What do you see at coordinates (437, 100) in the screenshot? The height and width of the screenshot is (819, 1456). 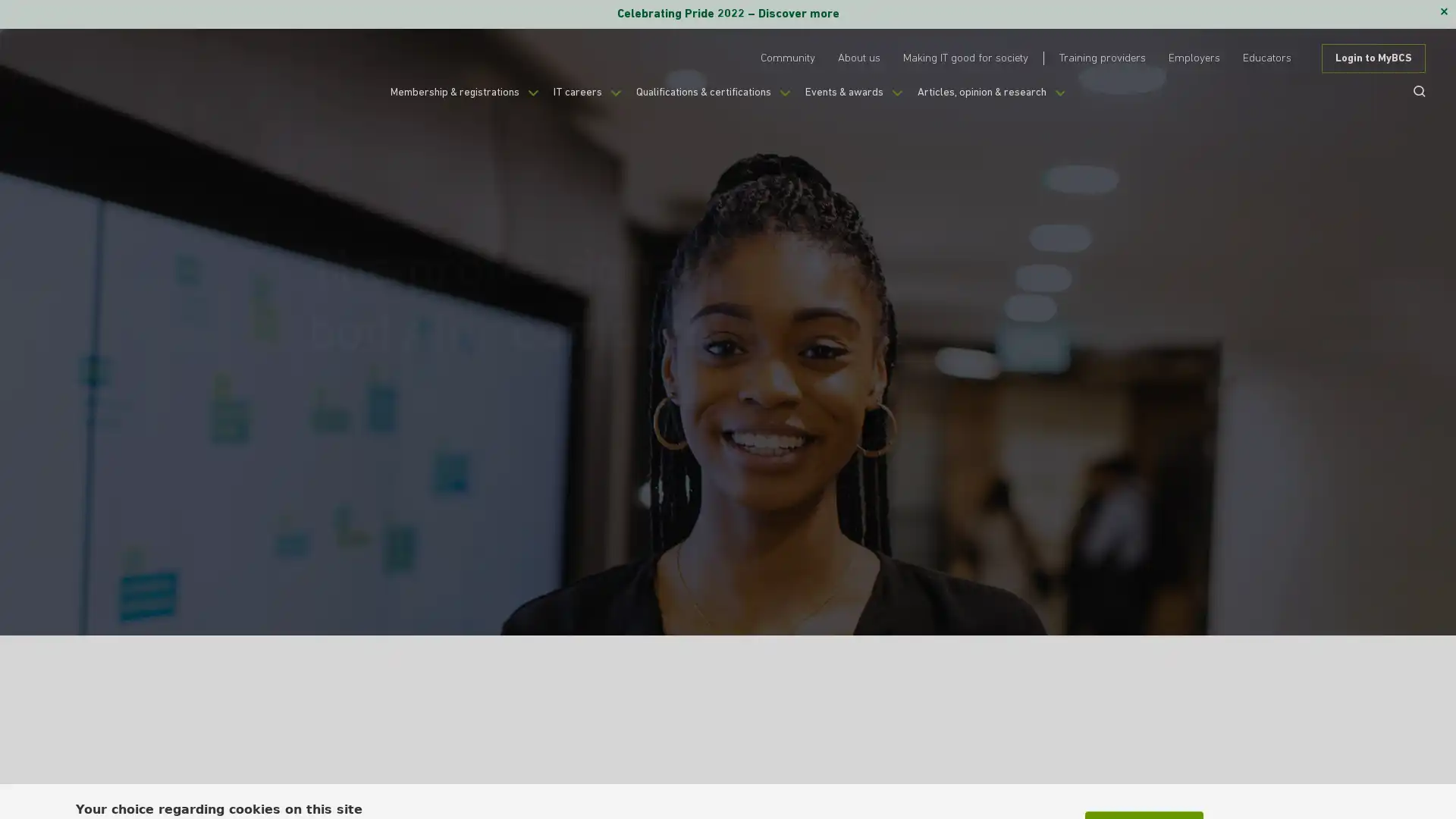 I see `Membership & registrations` at bounding box center [437, 100].